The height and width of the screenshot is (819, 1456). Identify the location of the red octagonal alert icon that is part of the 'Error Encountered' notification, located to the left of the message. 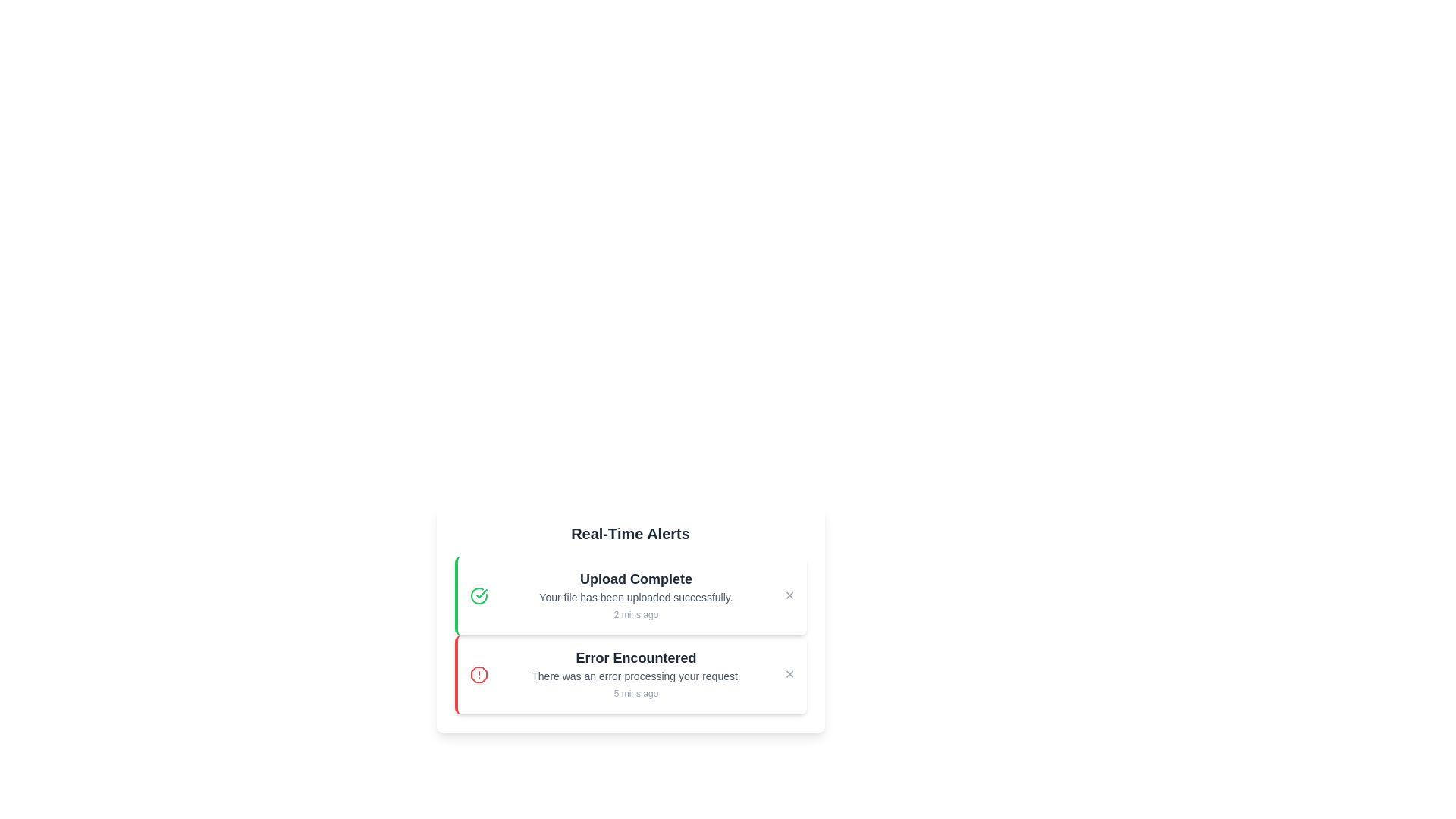
(478, 674).